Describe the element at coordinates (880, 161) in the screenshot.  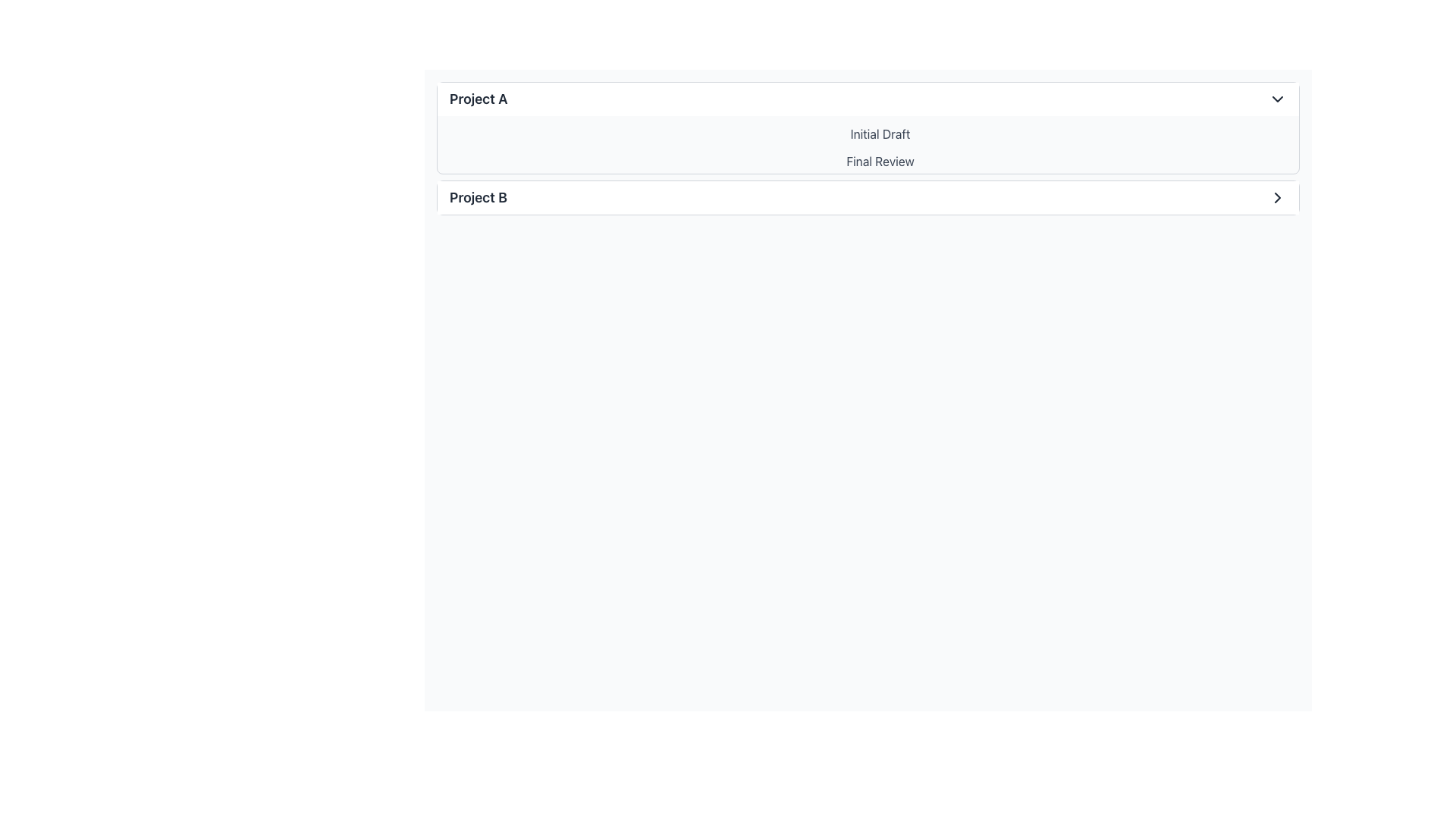
I see `the 'Final Review' text label, which is a neutral gray font indicator positioned below the 'Initial Draft' text` at that location.